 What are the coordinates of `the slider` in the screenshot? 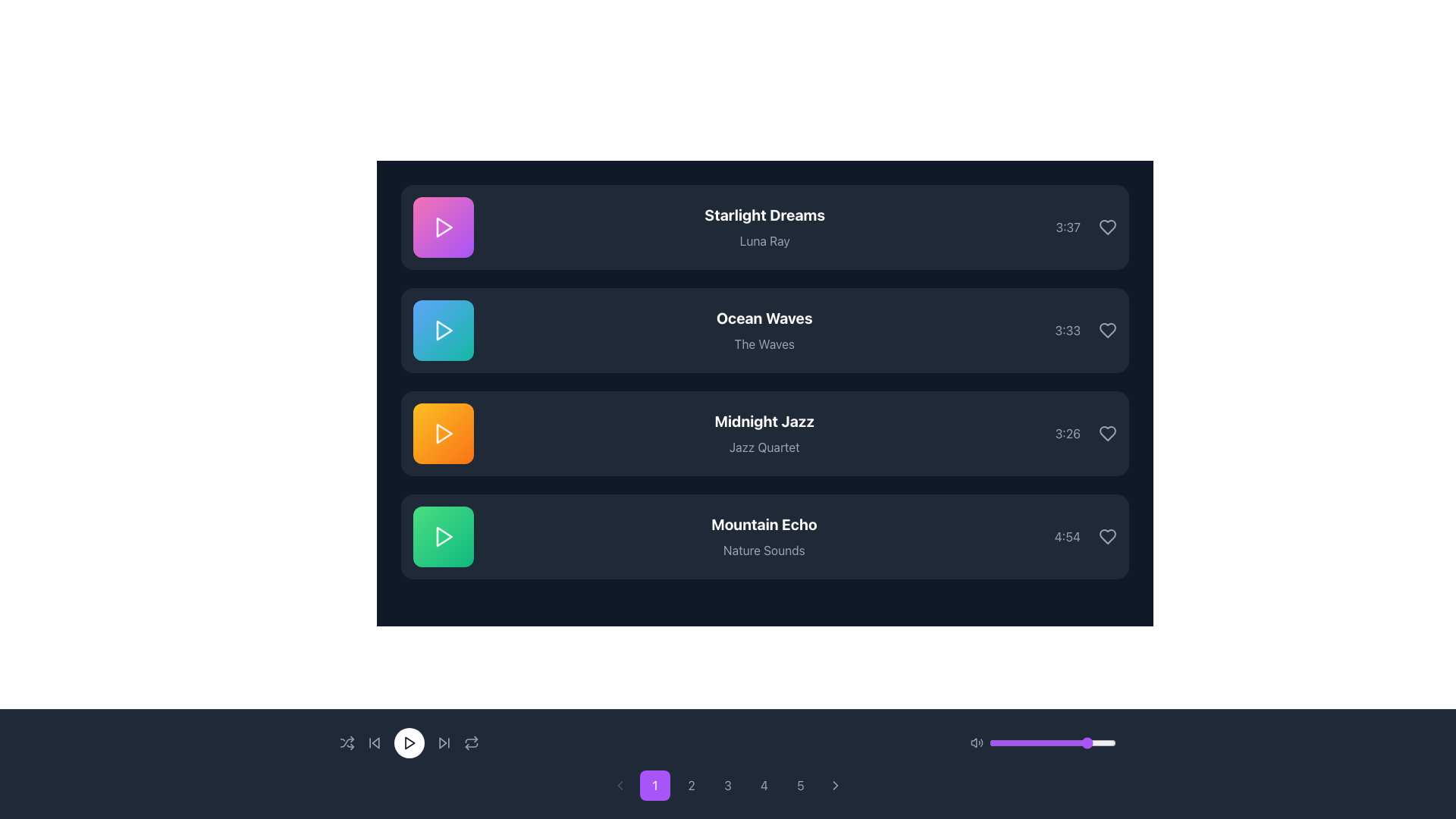 It's located at (1098, 742).